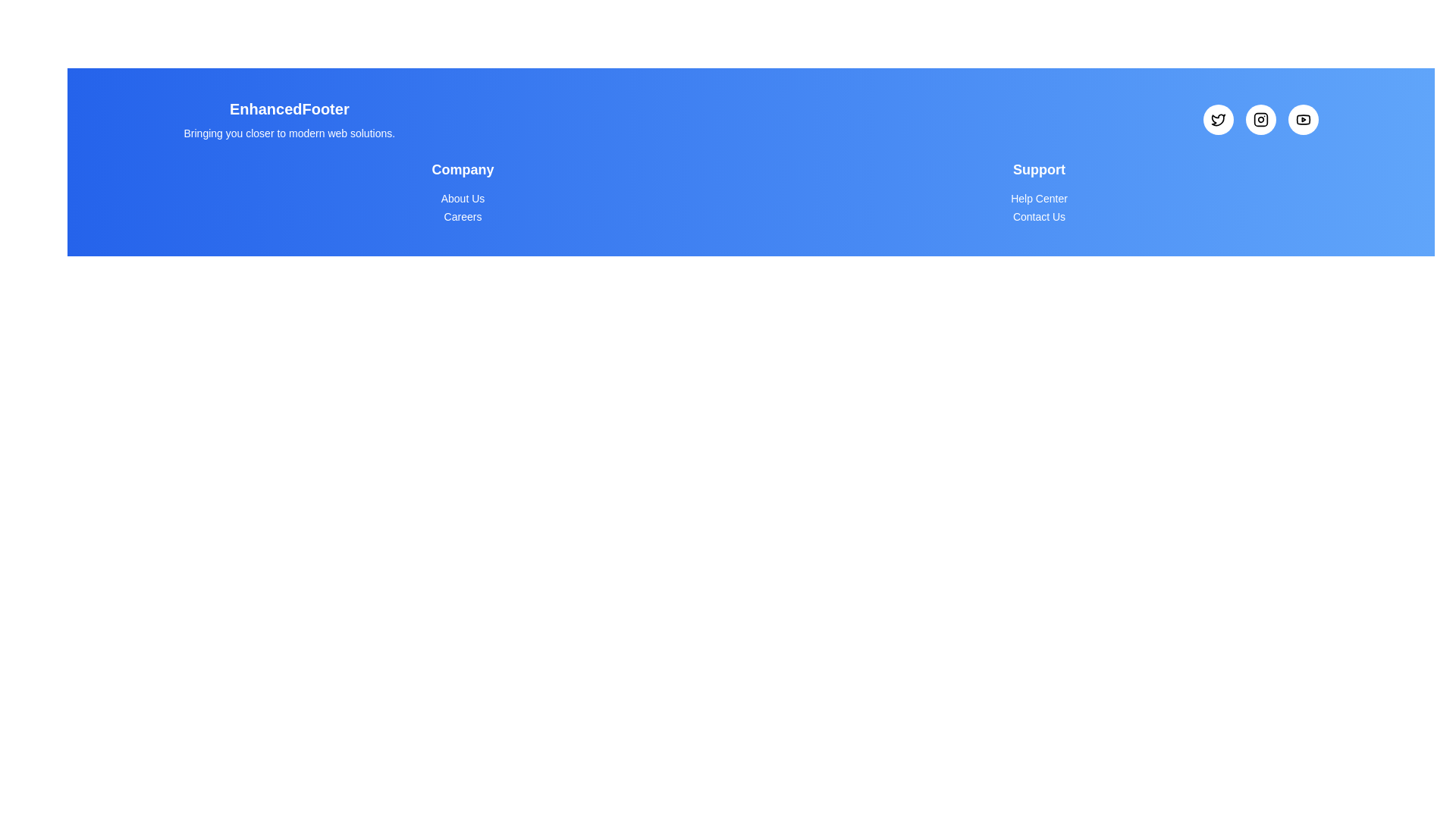 Image resolution: width=1456 pixels, height=819 pixels. What do you see at coordinates (462, 198) in the screenshot?
I see `the 'About Us' hyperlink located in the 'Company' section of the footer` at bounding box center [462, 198].